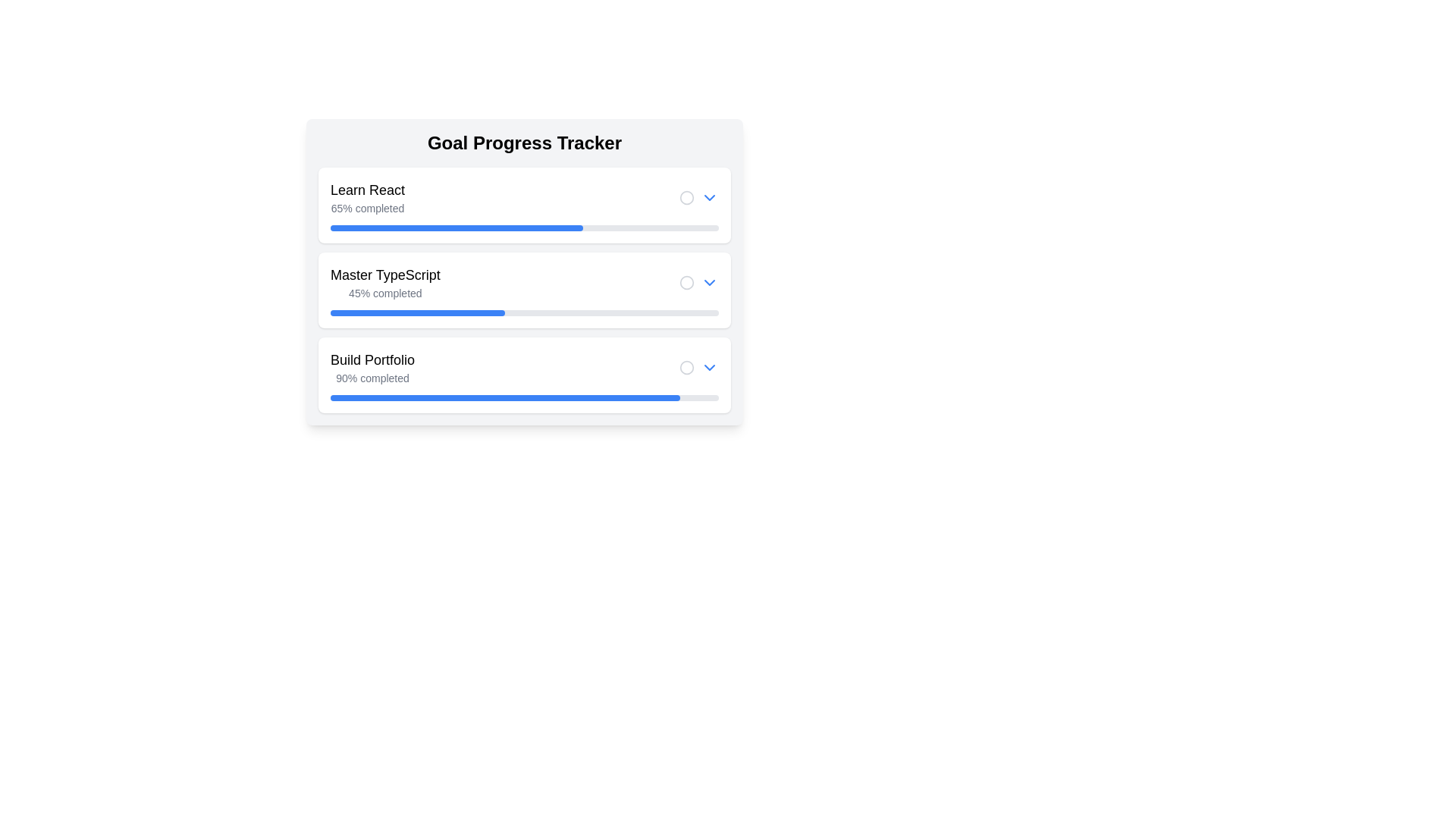 This screenshot has width=1456, height=819. What do you see at coordinates (524, 205) in the screenshot?
I see `the first Card component in the Goal Progress Tracker` at bounding box center [524, 205].